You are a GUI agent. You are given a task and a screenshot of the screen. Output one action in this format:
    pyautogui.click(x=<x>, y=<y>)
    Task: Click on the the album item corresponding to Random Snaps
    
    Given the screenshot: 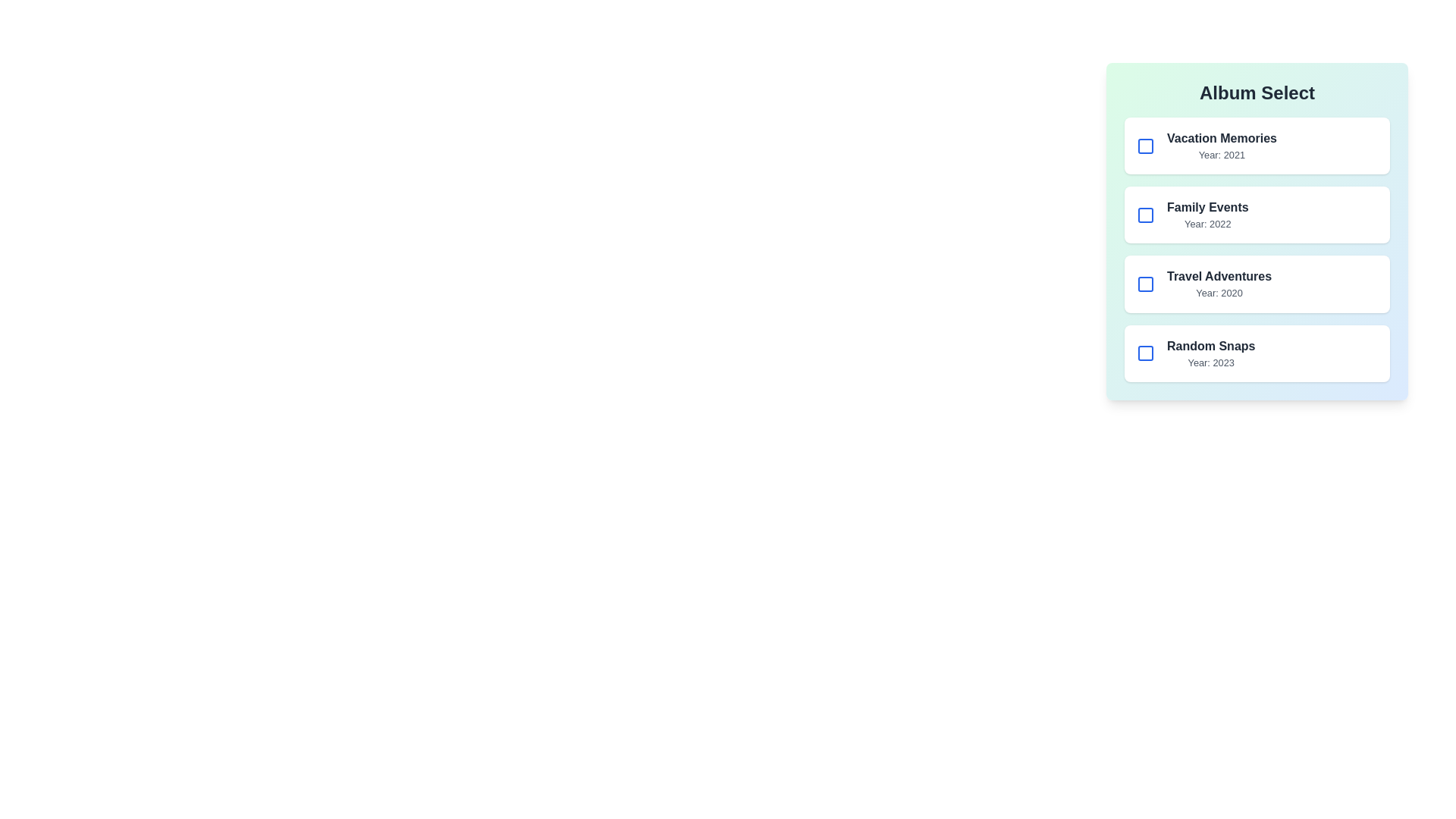 What is the action you would take?
    pyautogui.click(x=1257, y=353)
    